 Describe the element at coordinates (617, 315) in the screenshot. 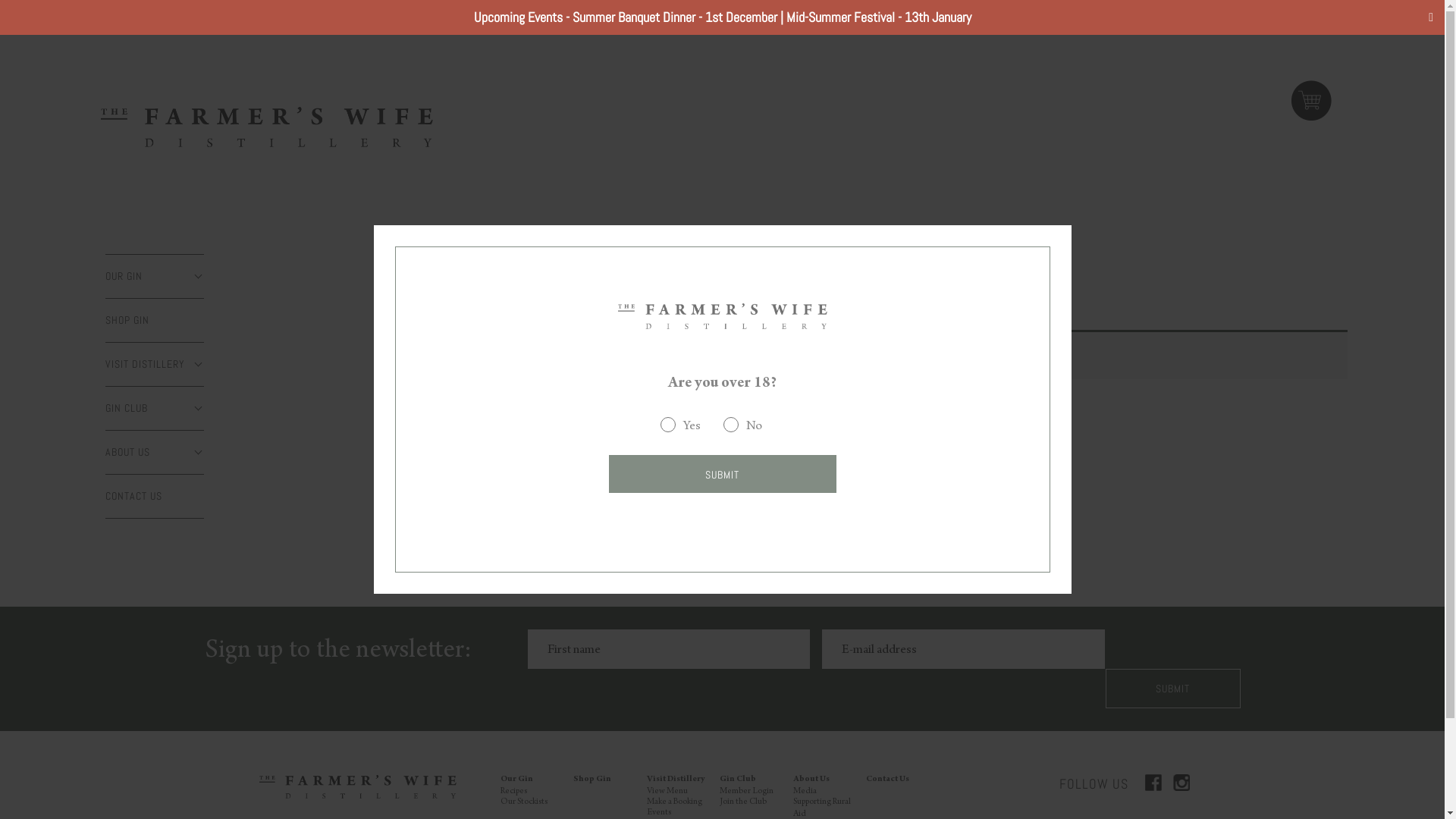

I see `'The Farmer's Wife Distillery'` at that location.